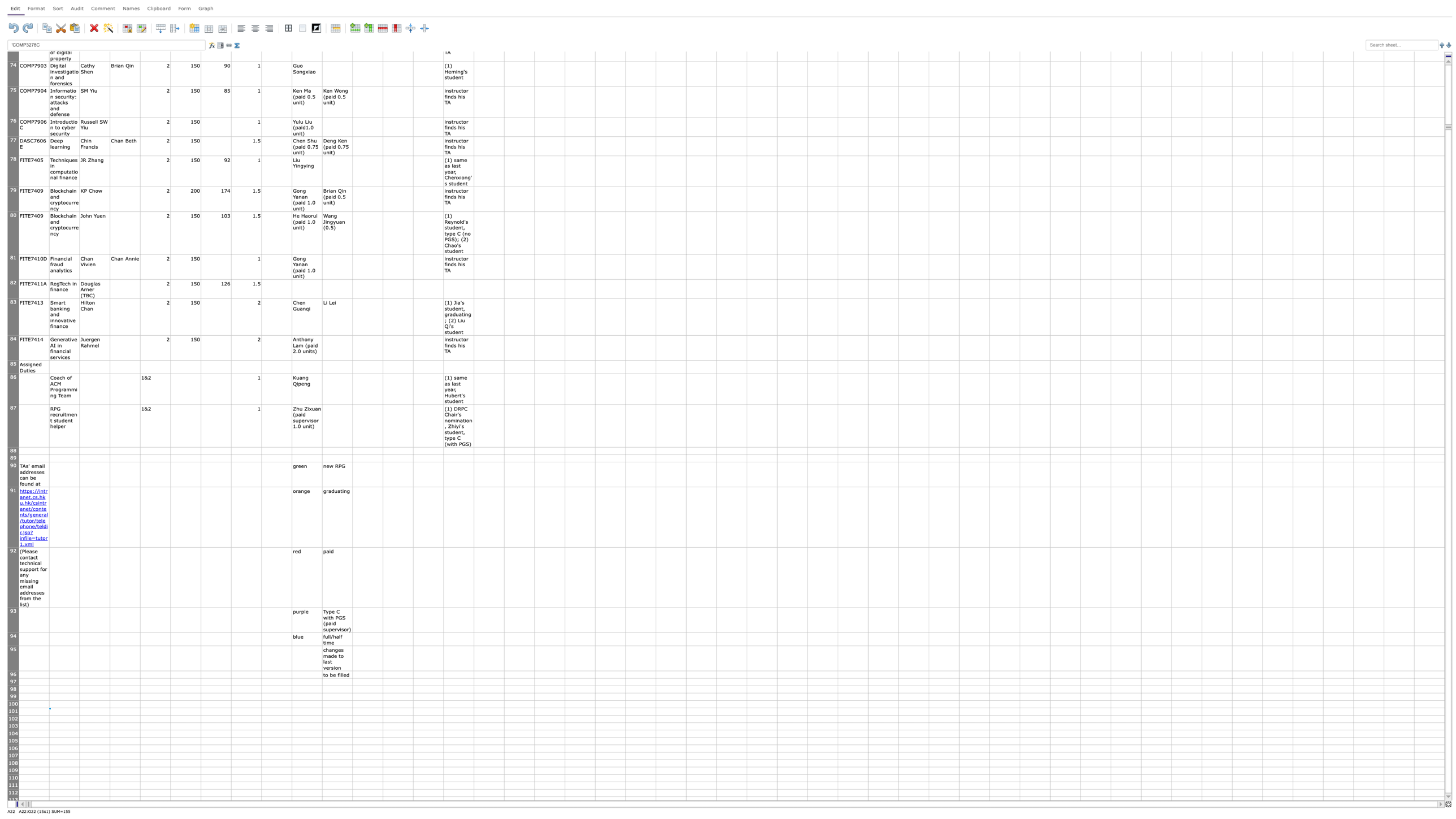  I want to click on the bottom edge of header of row 98, for next step resizing the row, so click(13, 693).